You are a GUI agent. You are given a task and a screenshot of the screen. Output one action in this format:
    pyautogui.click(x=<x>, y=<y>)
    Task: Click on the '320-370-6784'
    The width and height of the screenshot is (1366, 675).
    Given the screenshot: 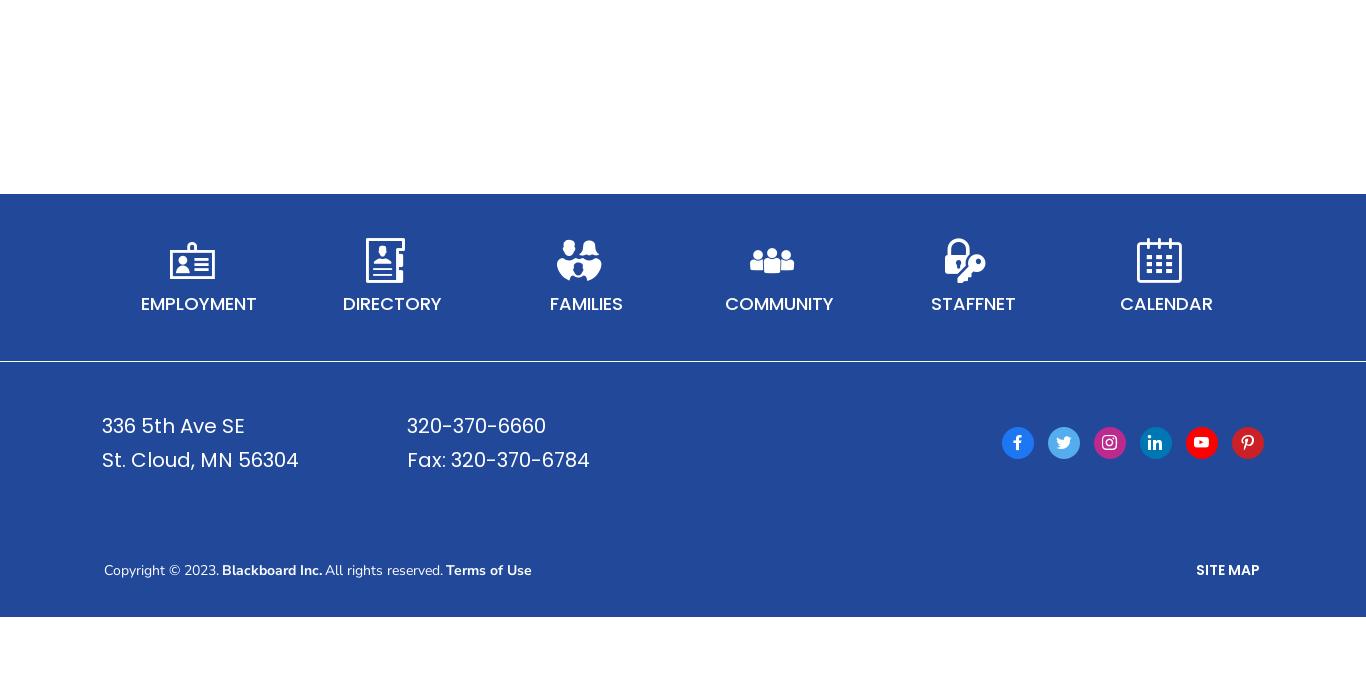 What is the action you would take?
    pyautogui.click(x=520, y=486)
    